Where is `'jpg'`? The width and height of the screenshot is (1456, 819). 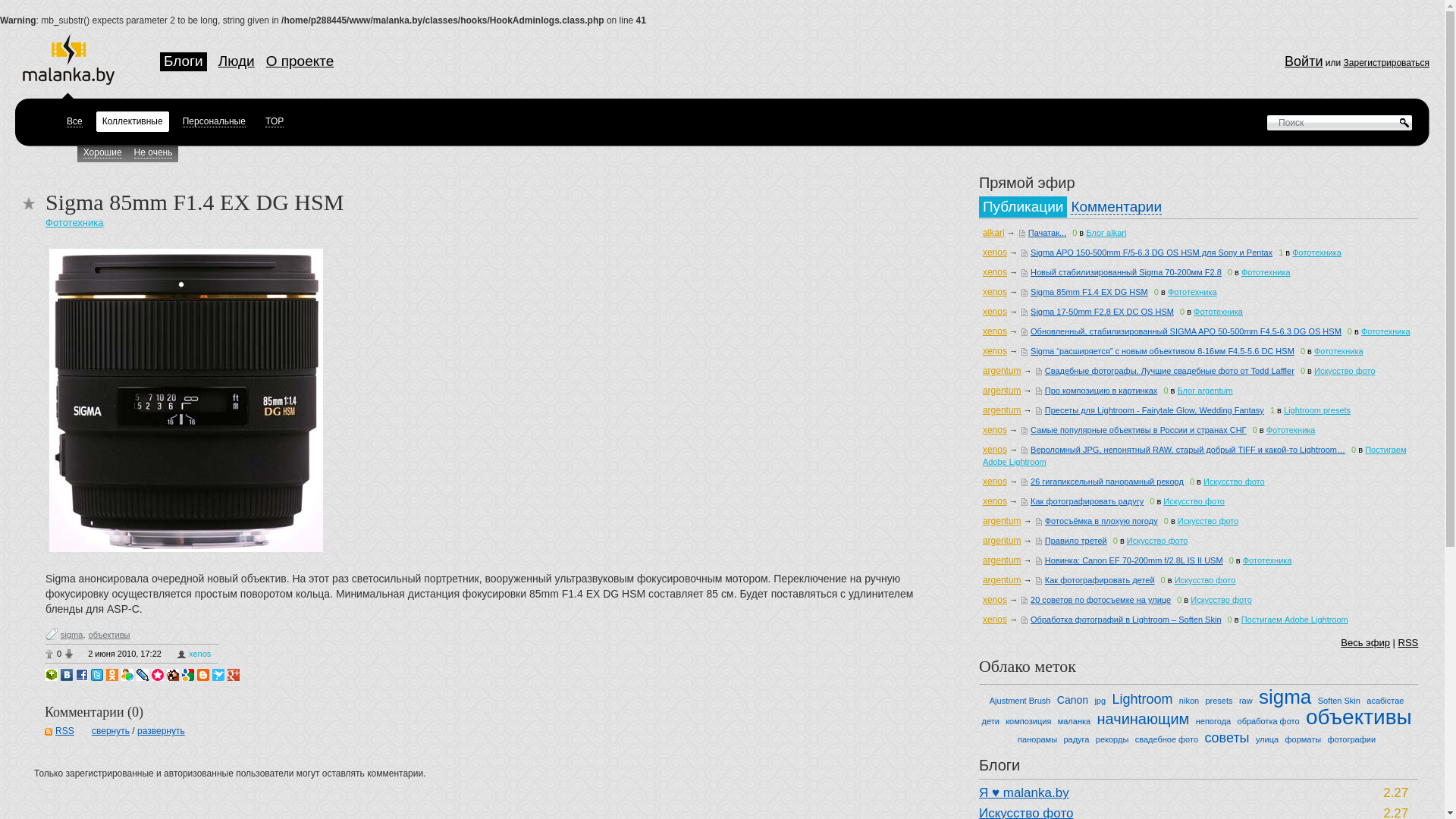 'jpg' is located at coordinates (1100, 701).